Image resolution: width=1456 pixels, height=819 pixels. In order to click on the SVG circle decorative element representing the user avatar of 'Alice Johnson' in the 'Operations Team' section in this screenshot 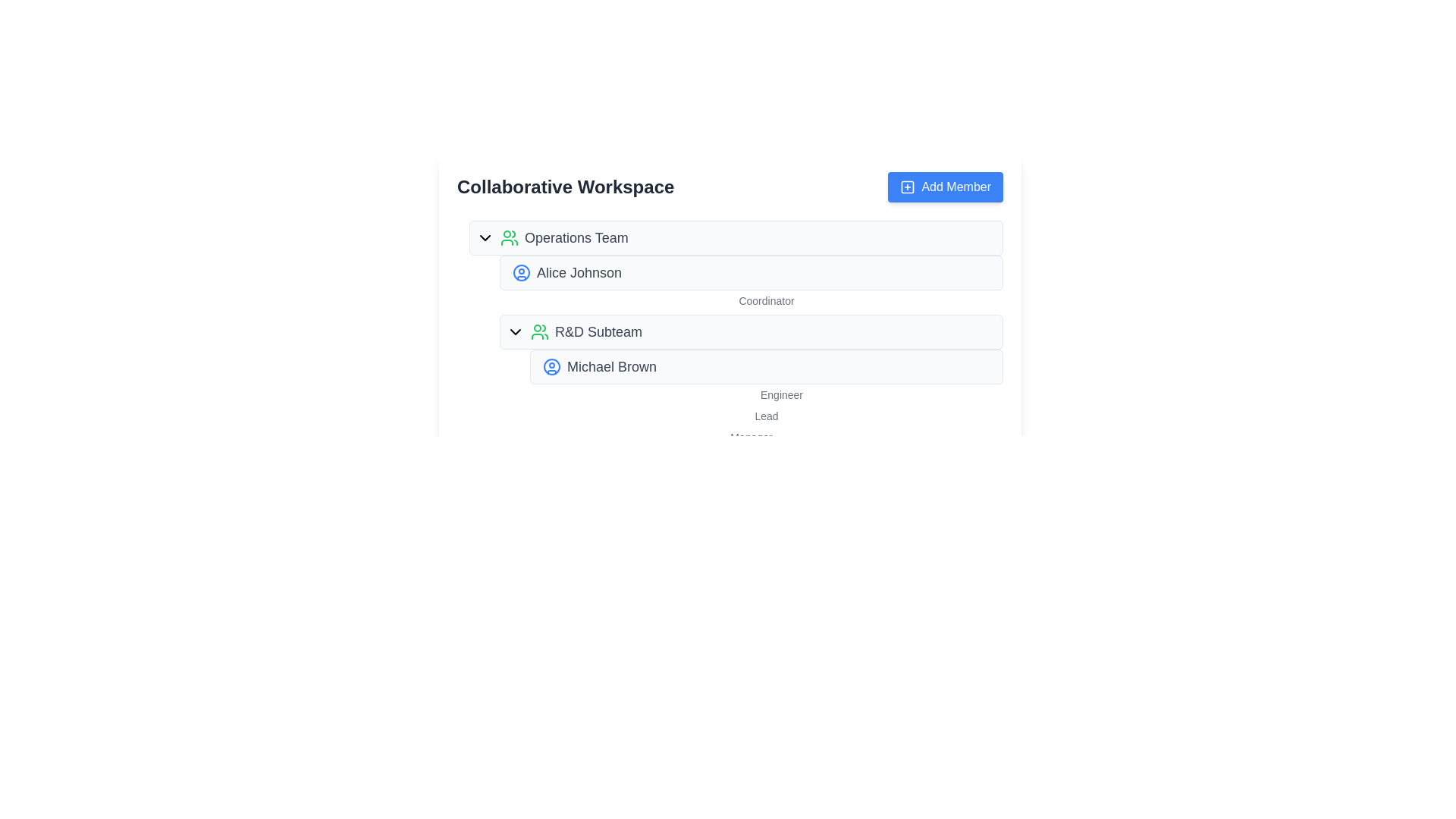, I will do `click(521, 271)`.